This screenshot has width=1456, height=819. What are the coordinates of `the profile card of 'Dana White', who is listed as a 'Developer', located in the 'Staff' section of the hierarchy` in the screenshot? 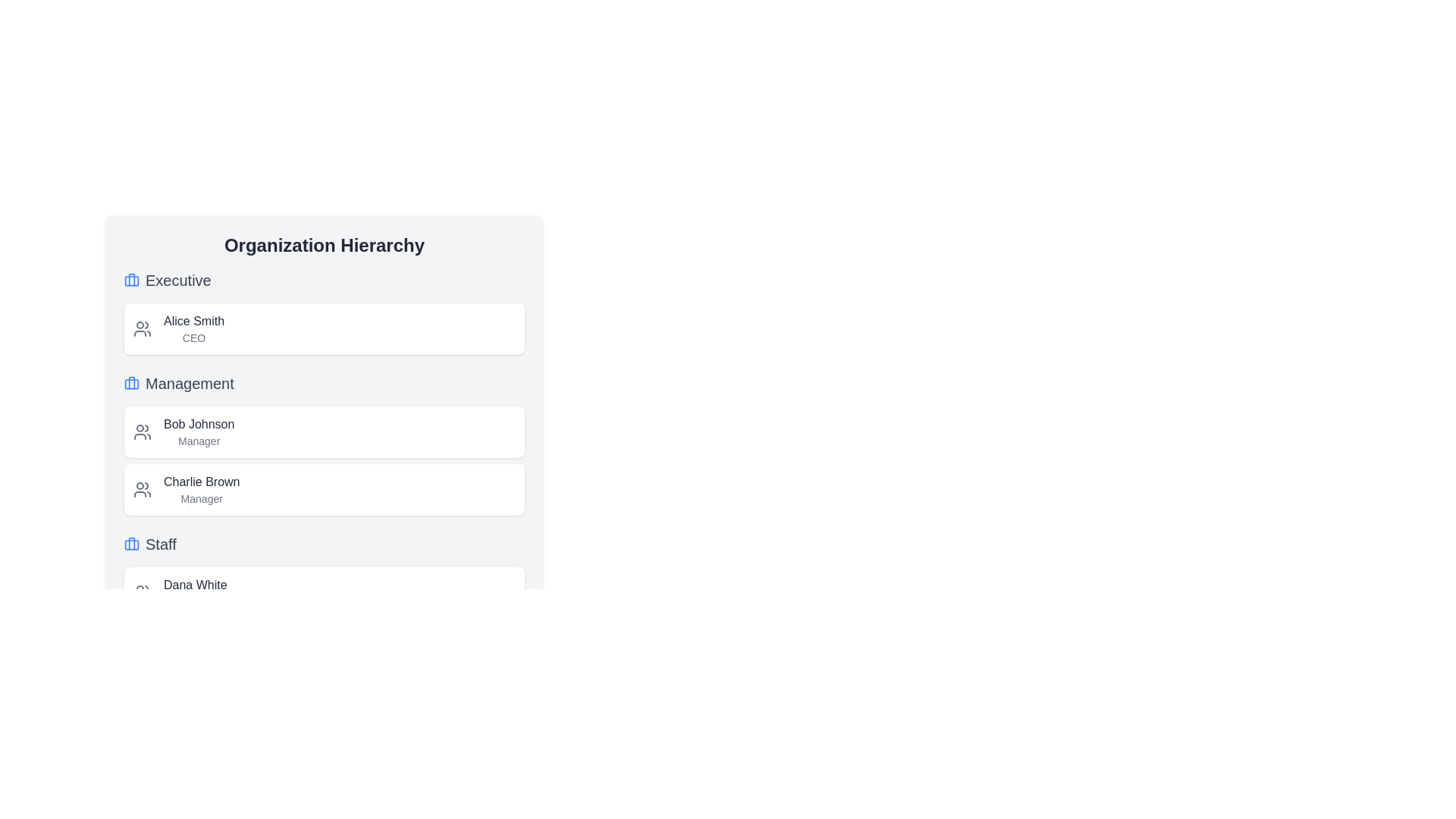 It's located at (323, 592).